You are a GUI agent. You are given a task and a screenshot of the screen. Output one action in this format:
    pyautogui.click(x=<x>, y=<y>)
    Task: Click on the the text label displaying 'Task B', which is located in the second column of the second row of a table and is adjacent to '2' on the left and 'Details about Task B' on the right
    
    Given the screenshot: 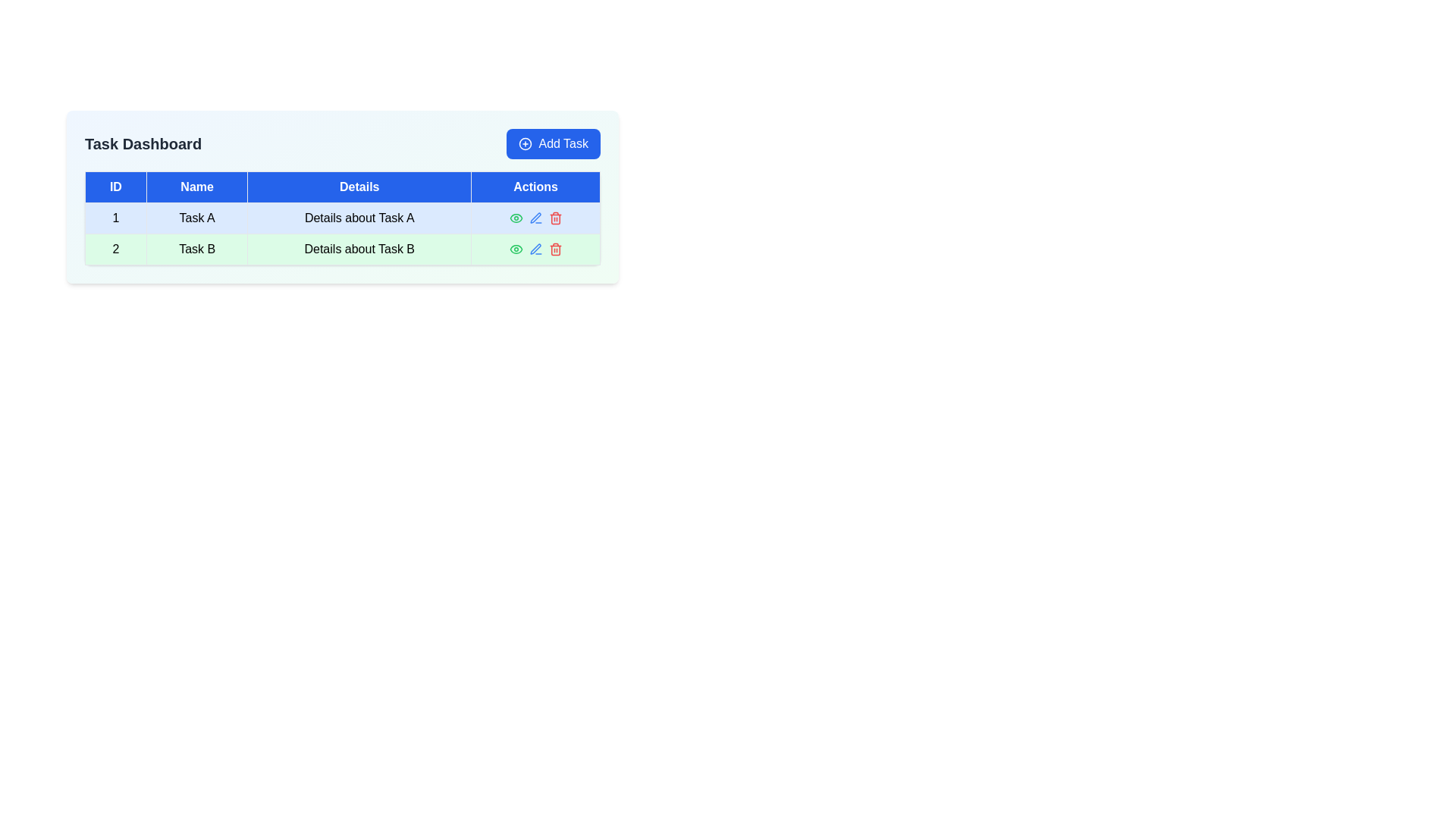 What is the action you would take?
    pyautogui.click(x=196, y=248)
    